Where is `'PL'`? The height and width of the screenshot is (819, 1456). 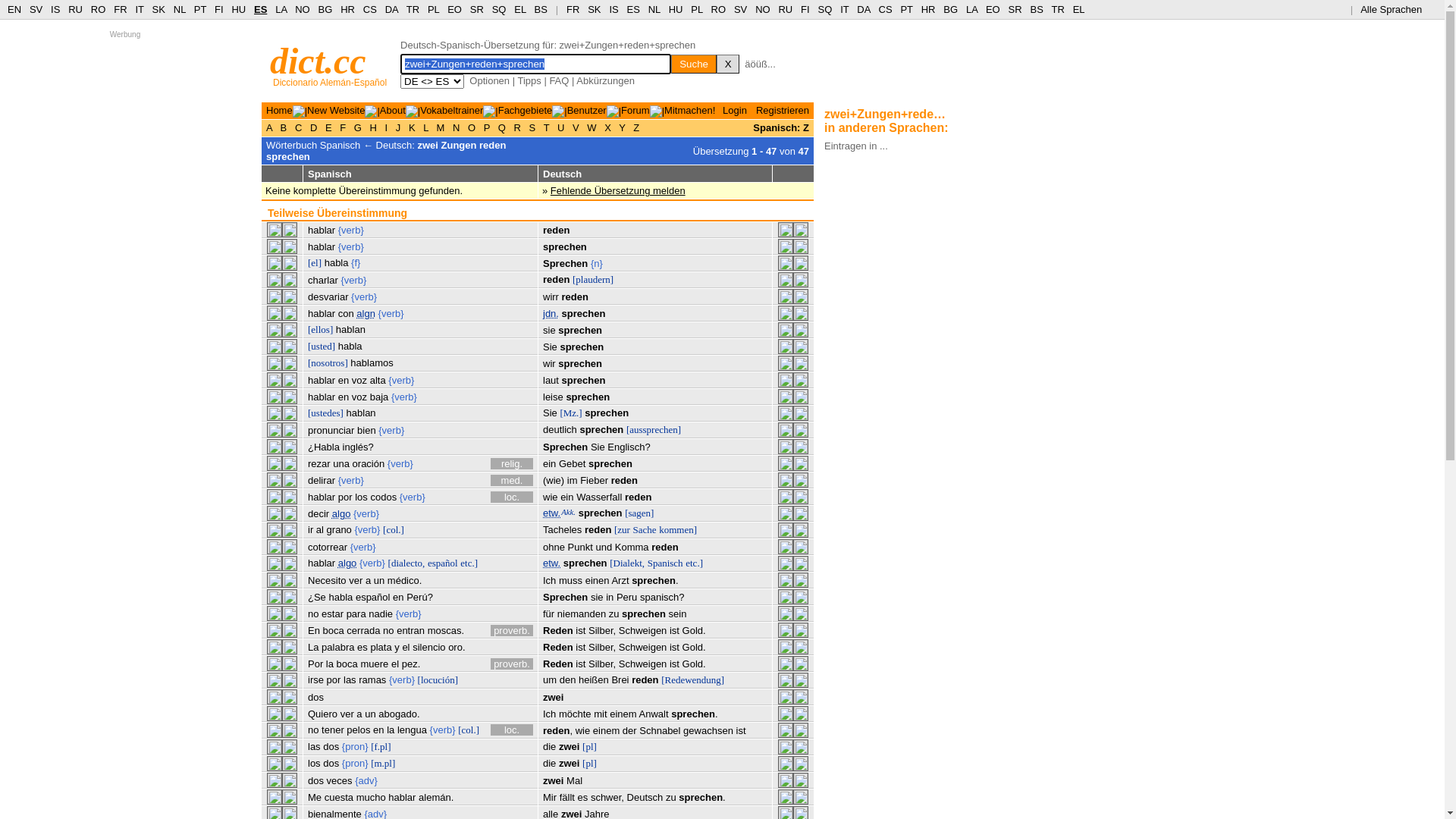 'PL' is located at coordinates (432, 9).